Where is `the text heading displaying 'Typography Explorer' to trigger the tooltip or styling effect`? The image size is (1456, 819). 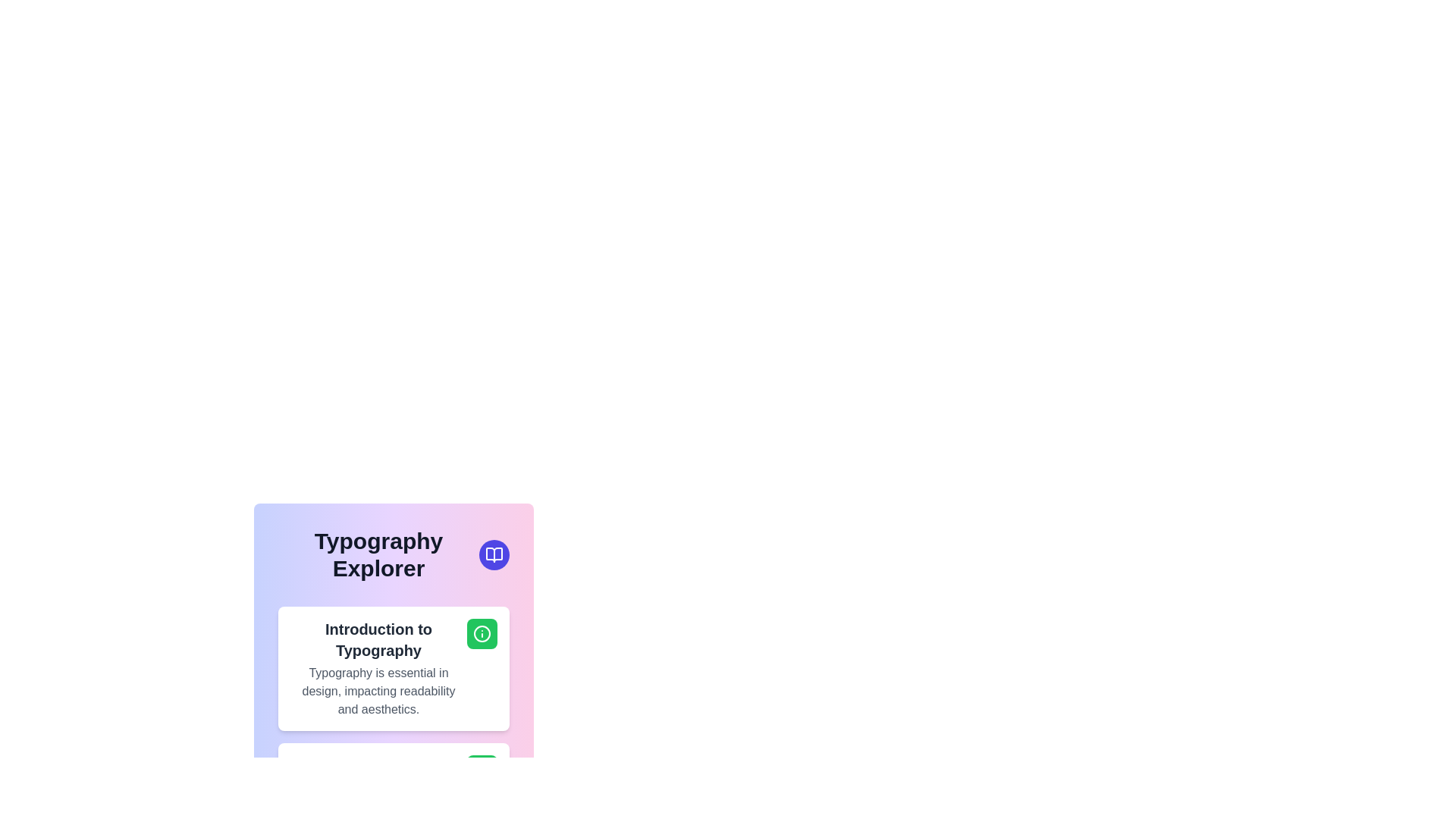
the text heading displaying 'Typography Explorer' to trigger the tooltip or styling effect is located at coordinates (378, 555).